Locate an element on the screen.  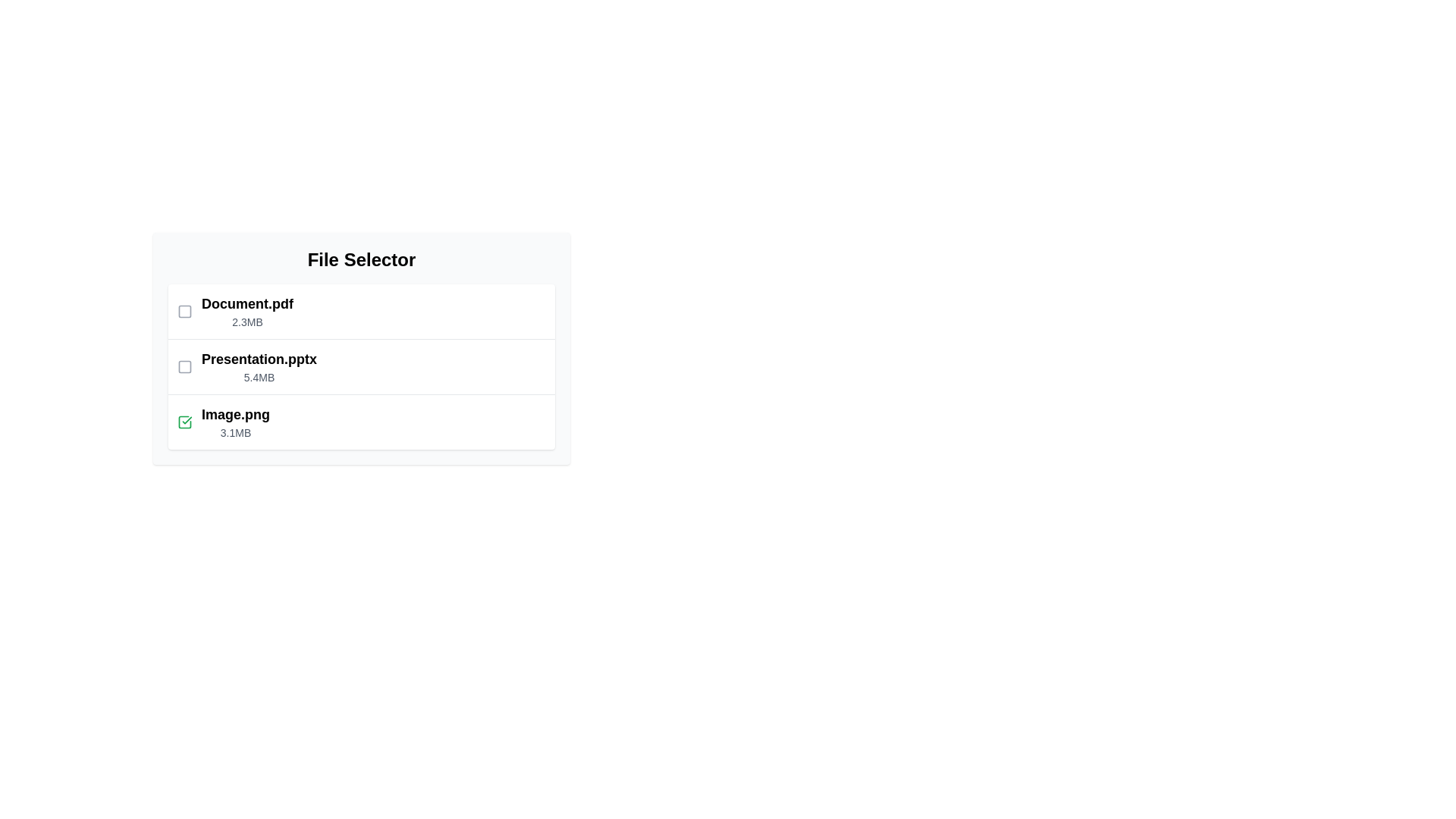
the file entry corresponding to Presentation.pptx is located at coordinates (360, 366).